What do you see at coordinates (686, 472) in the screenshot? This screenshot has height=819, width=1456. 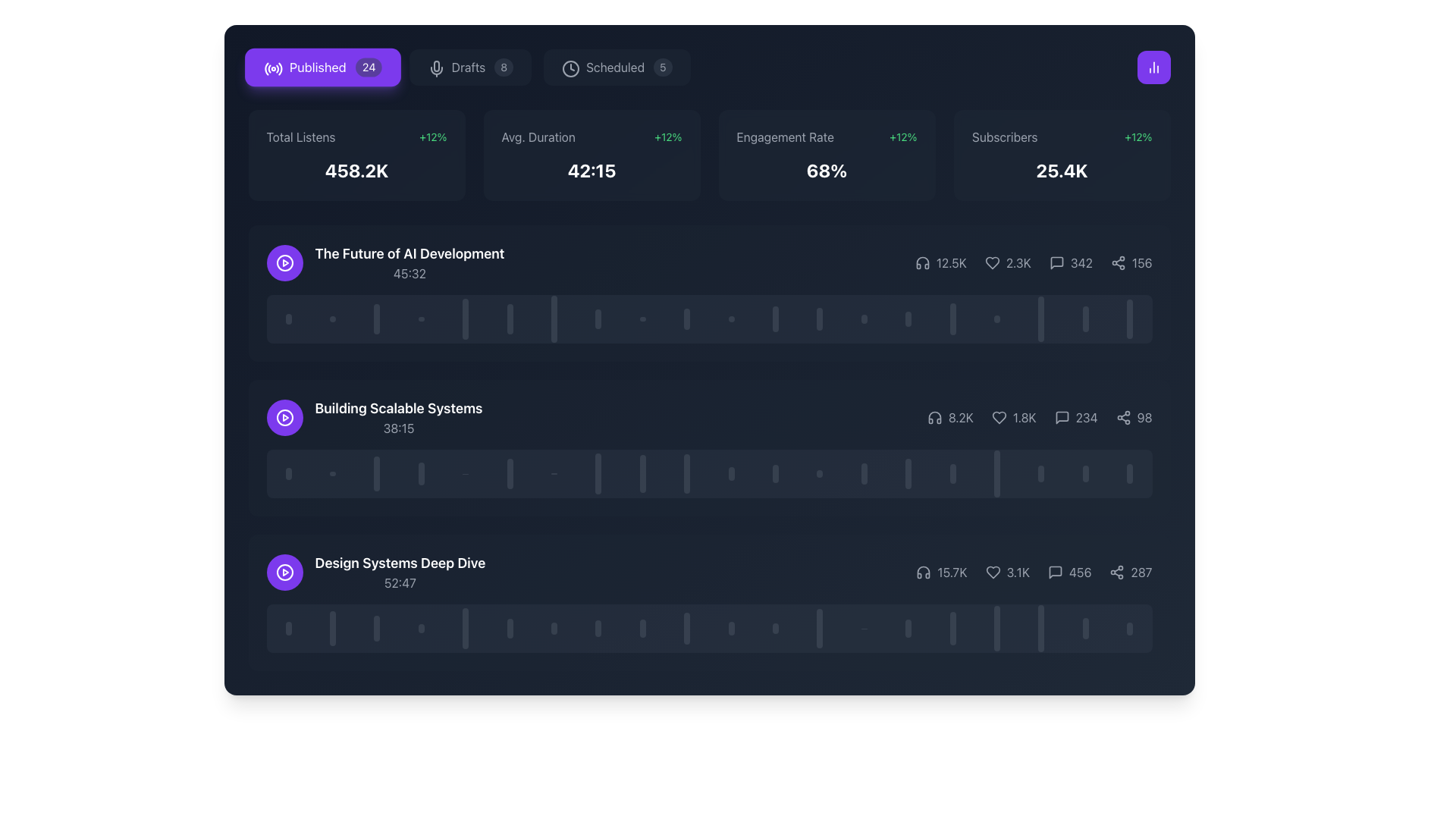 I see `the tenth vertical progress bar in the 'Building Scalable Systems' section, which is styled with a muted dark gray color and has a rounded top and bottom` at bounding box center [686, 472].